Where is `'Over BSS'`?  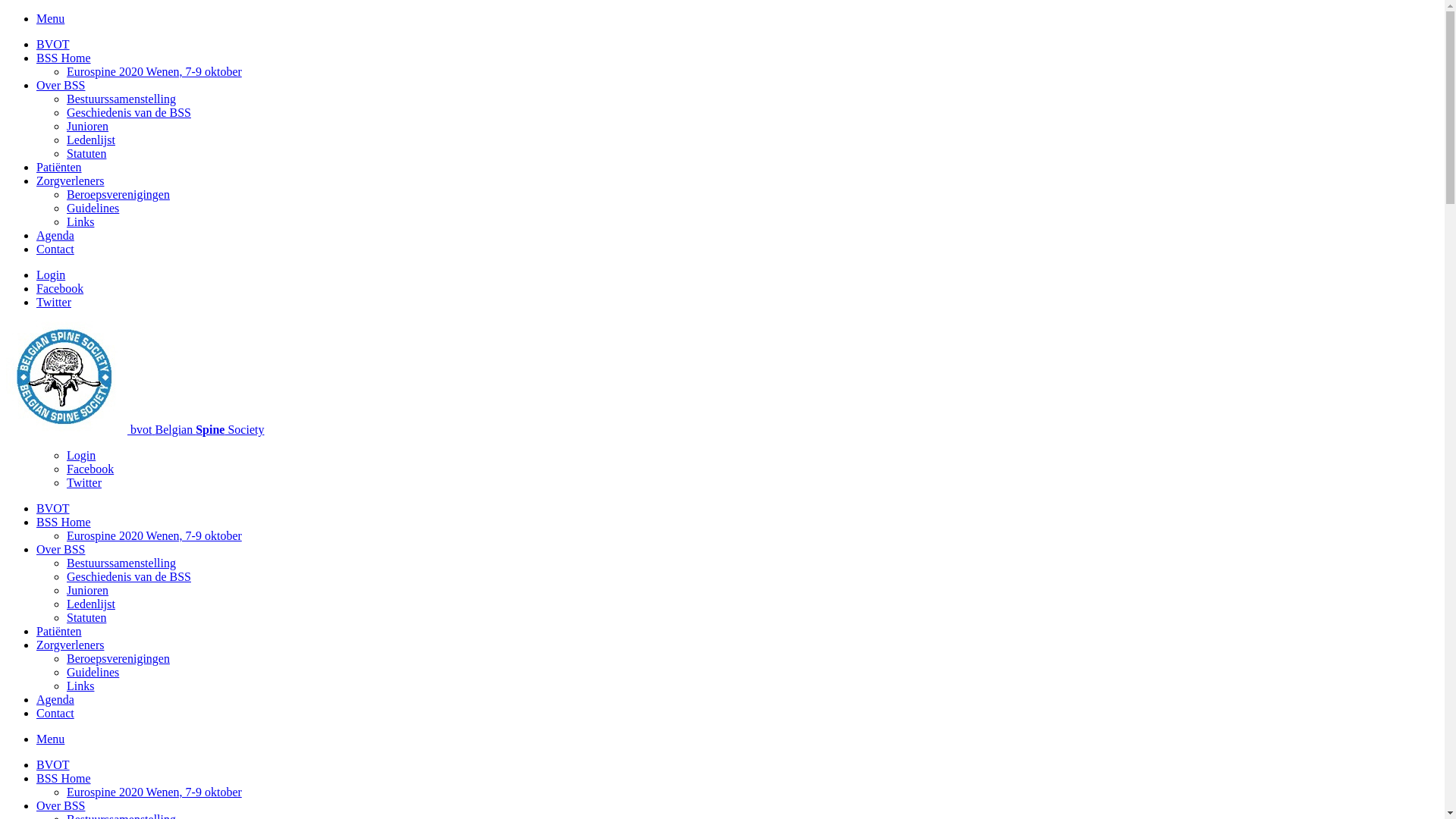 'Over BSS' is located at coordinates (61, 85).